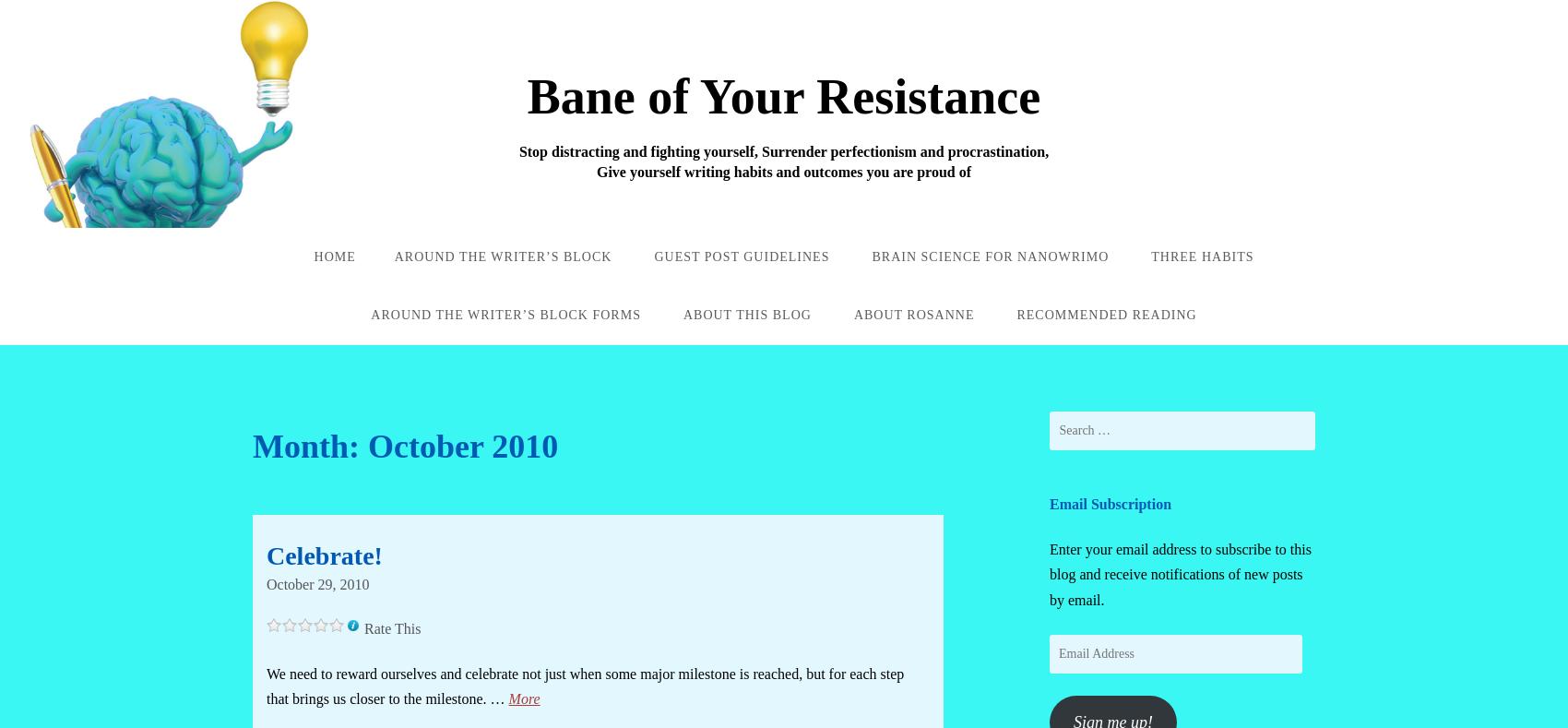  What do you see at coordinates (1149, 256) in the screenshot?
I see `'Three Habits'` at bounding box center [1149, 256].